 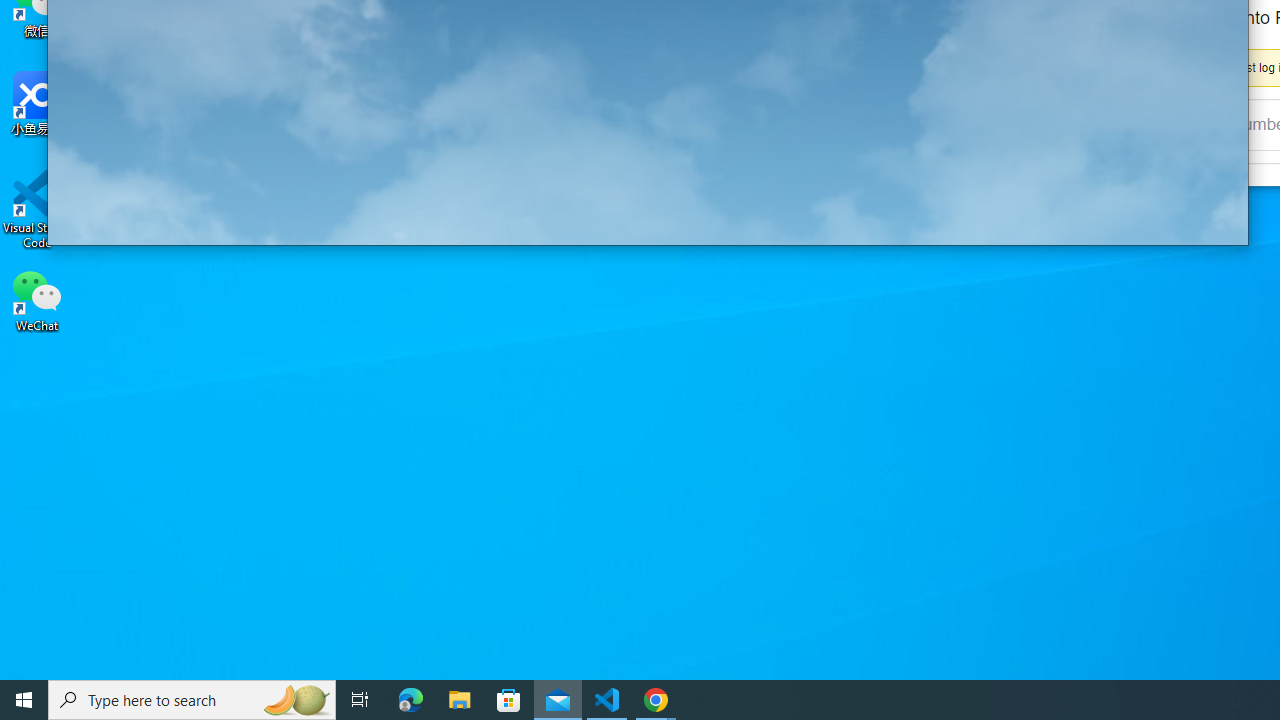 What do you see at coordinates (459, 698) in the screenshot?
I see `'File Explorer'` at bounding box center [459, 698].